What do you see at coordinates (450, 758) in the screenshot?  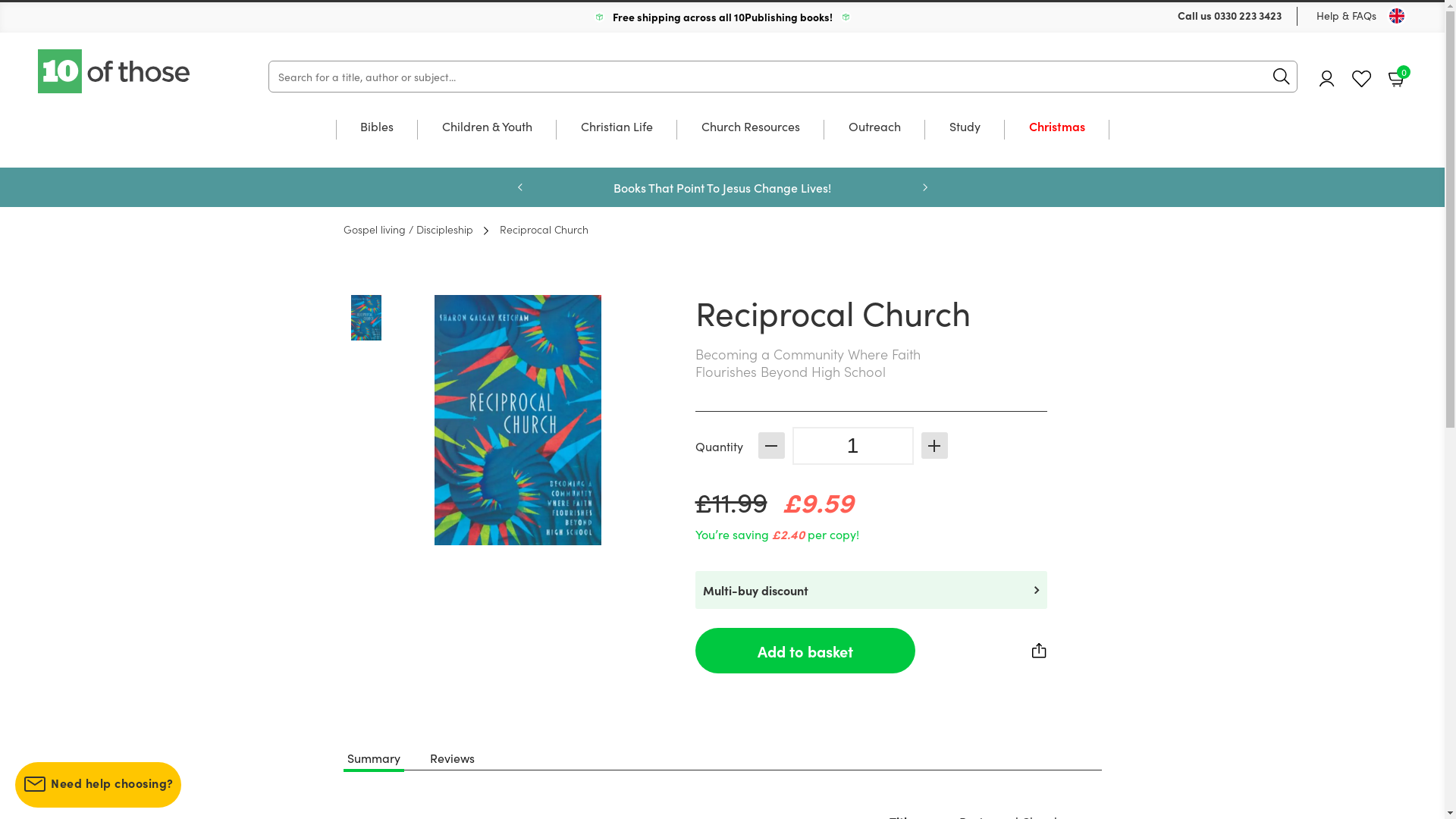 I see `'Reviews'` at bounding box center [450, 758].